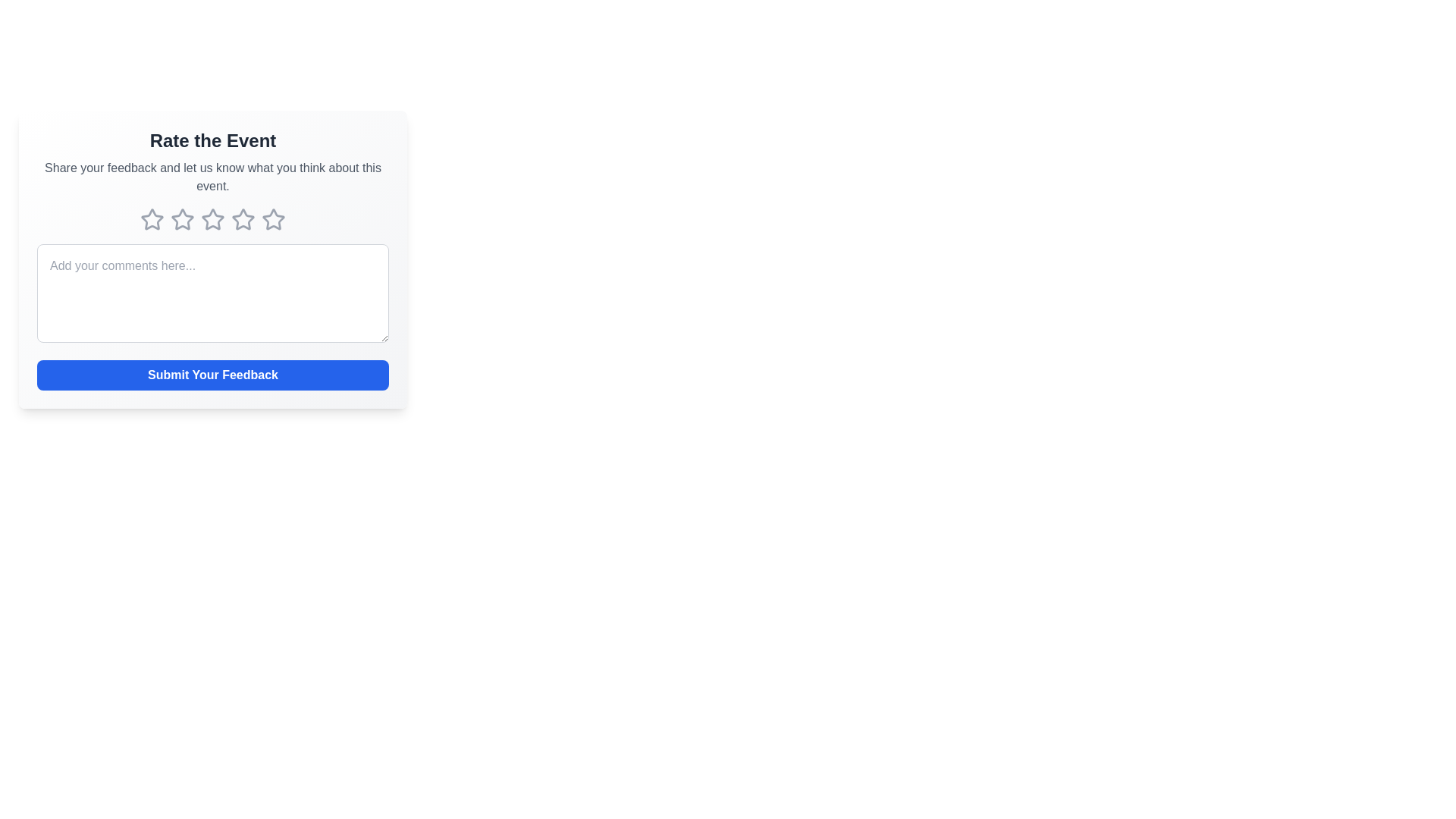 The height and width of the screenshot is (819, 1456). What do you see at coordinates (273, 219) in the screenshot?
I see `the fifth star-shaped icon in the rating system` at bounding box center [273, 219].